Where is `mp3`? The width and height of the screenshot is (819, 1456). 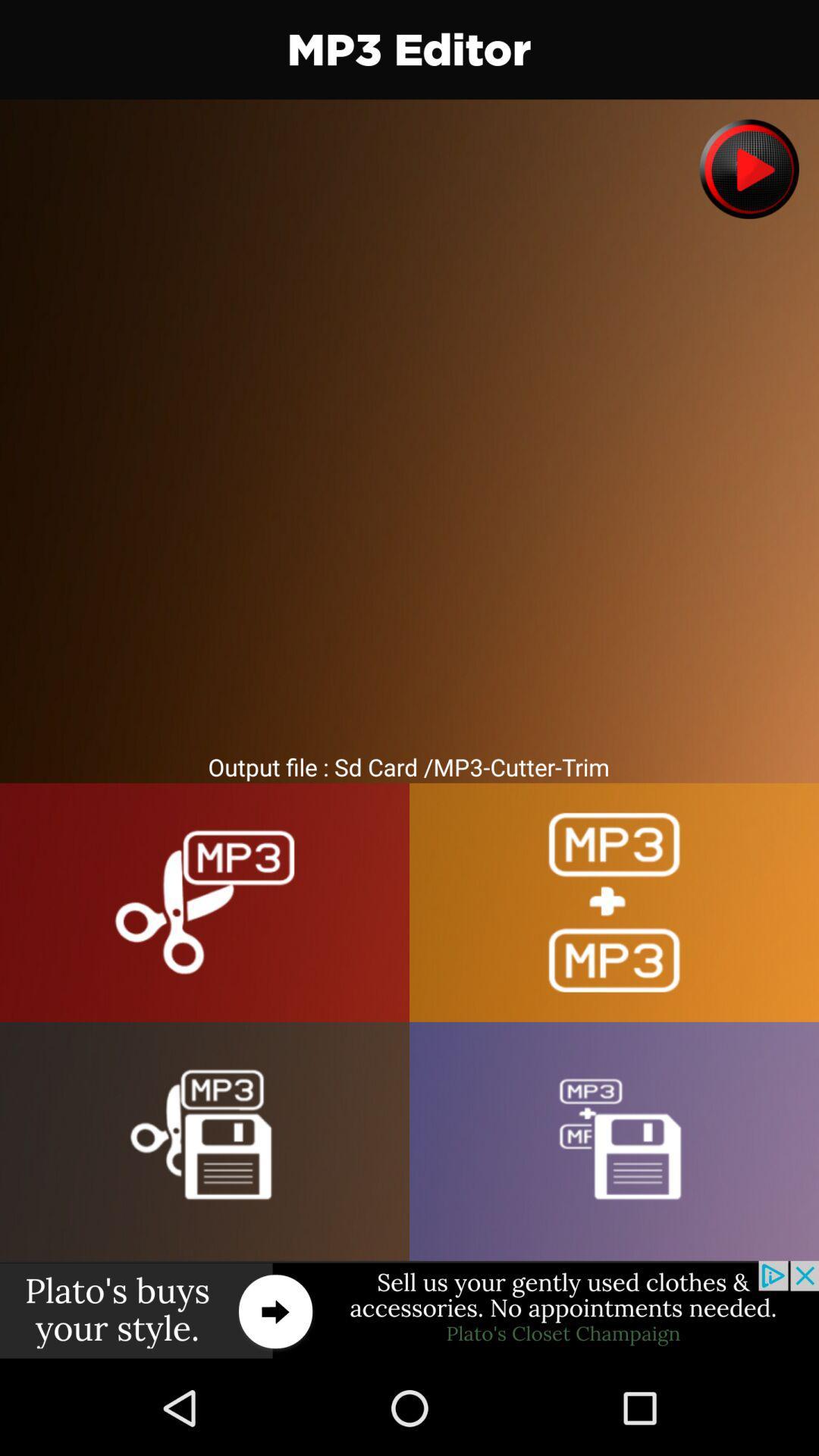
mp3 is located at coordinates (614, 1141).